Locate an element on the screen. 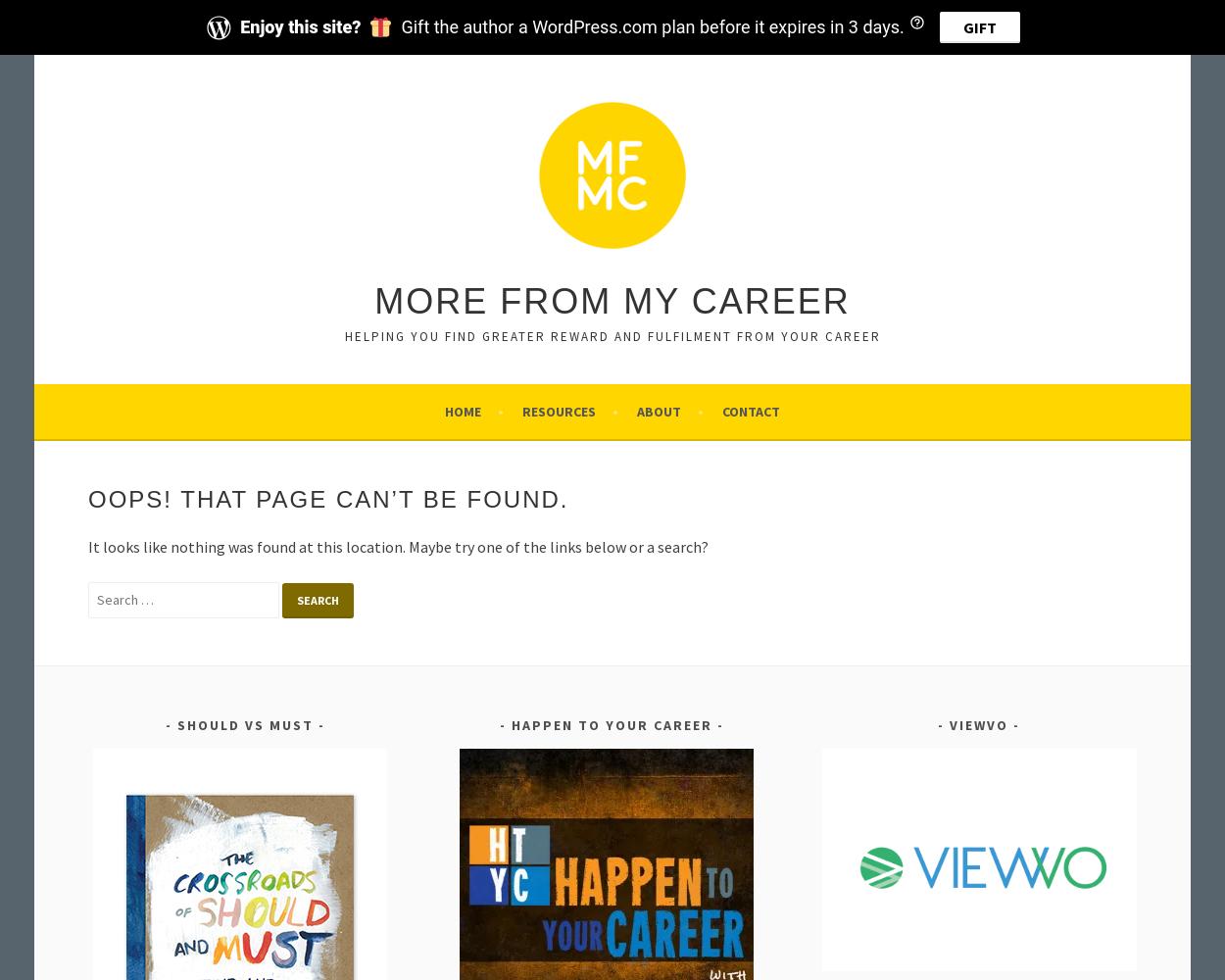 This screenshot has width=1225, height=980. 'ViewVo' is located at coordinates (978, 724).